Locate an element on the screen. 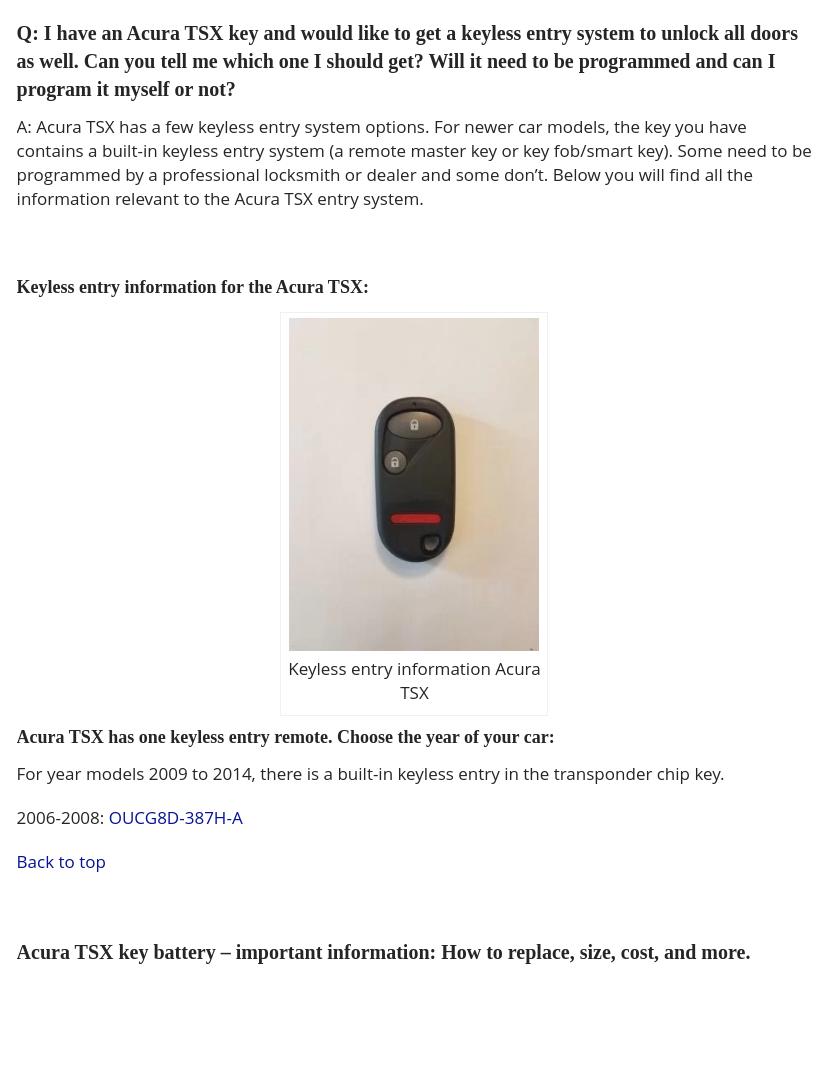  'Keyless entry information for the Acura TSX:' is located at coordinates (190, 287).